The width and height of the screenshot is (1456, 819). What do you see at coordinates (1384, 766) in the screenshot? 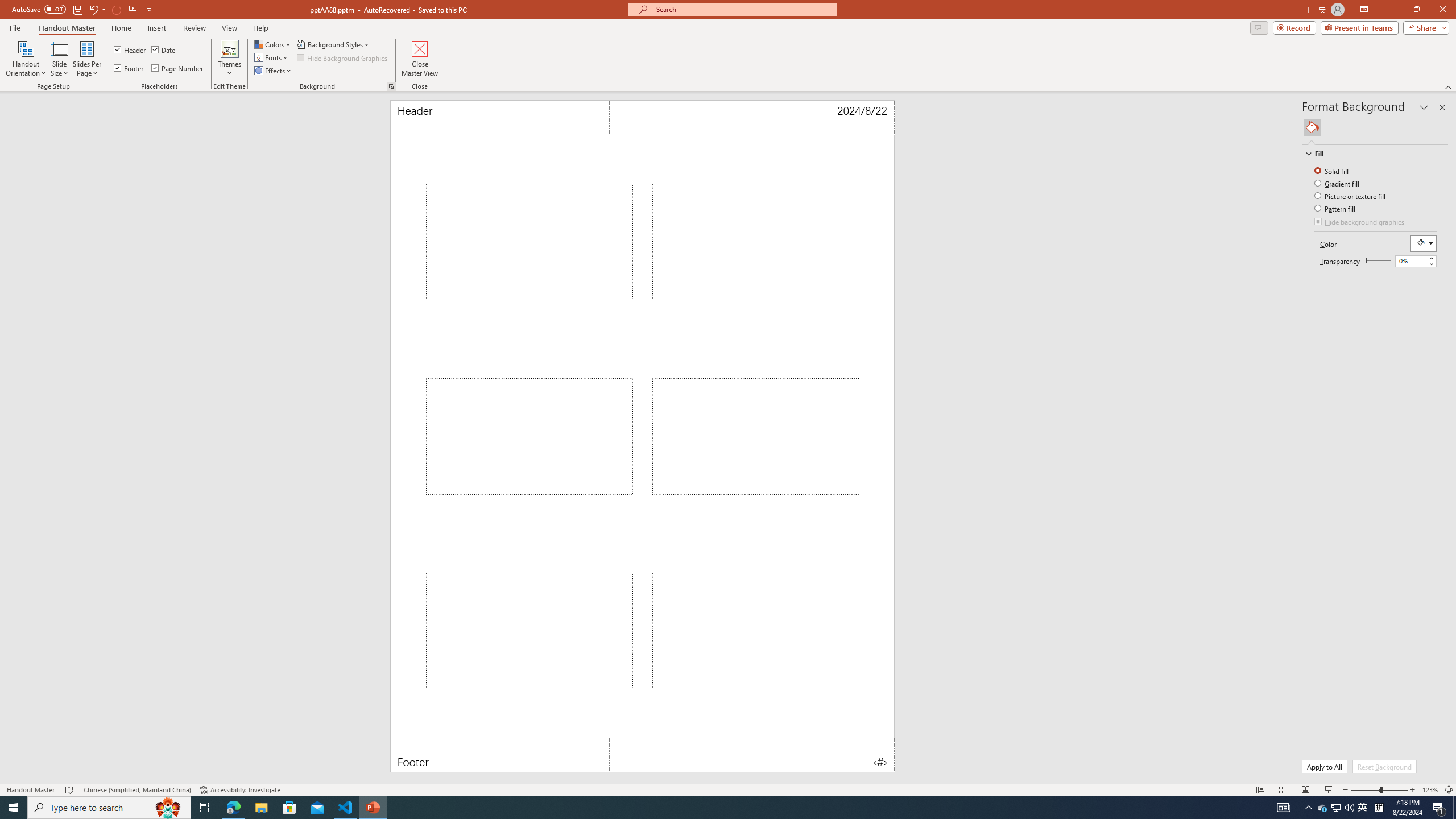
I see `'Reset Background'` at bounding box center [1384, 766].